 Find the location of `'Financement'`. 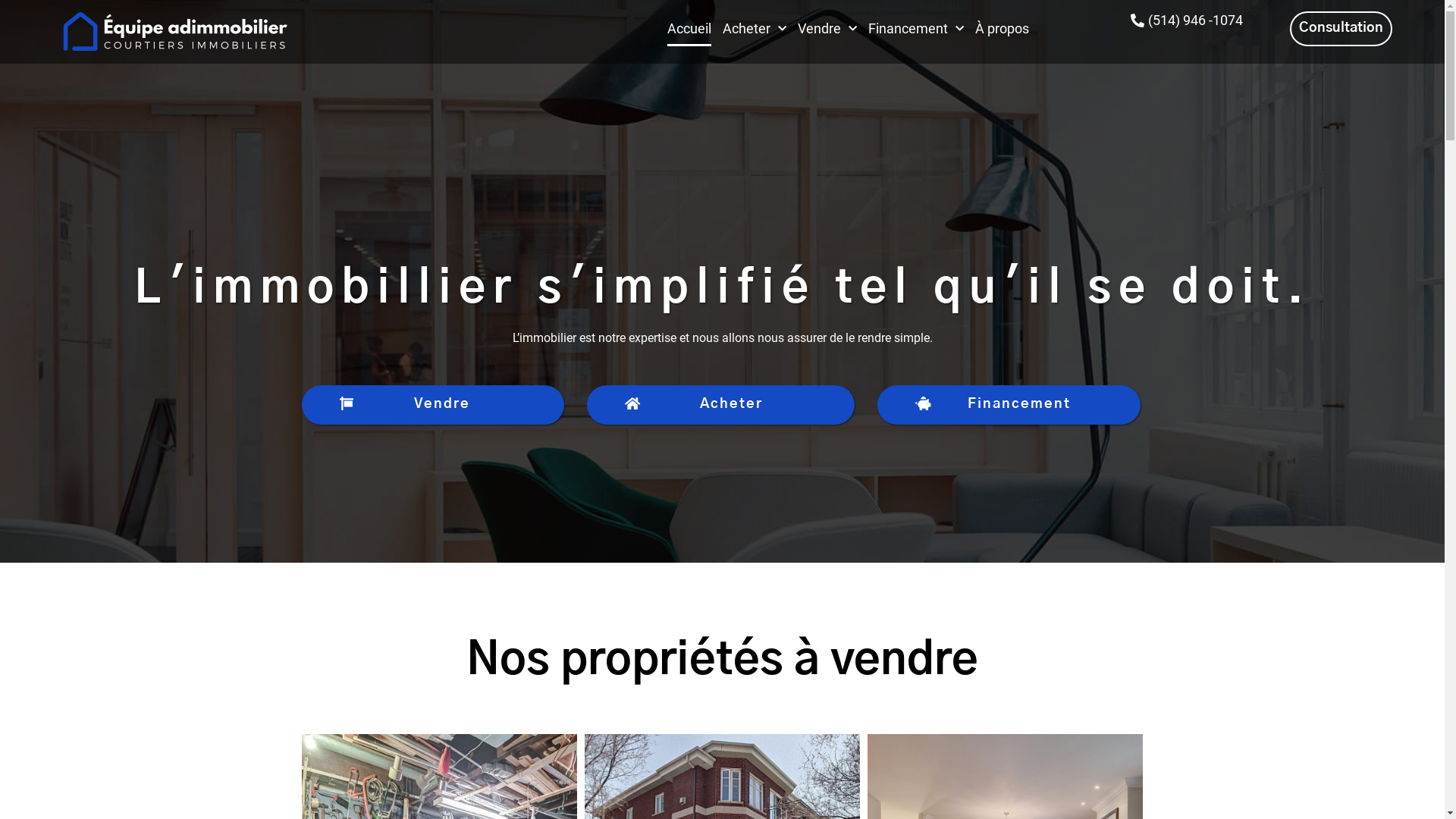

'Financement' is located at coordinates (1009, 404).